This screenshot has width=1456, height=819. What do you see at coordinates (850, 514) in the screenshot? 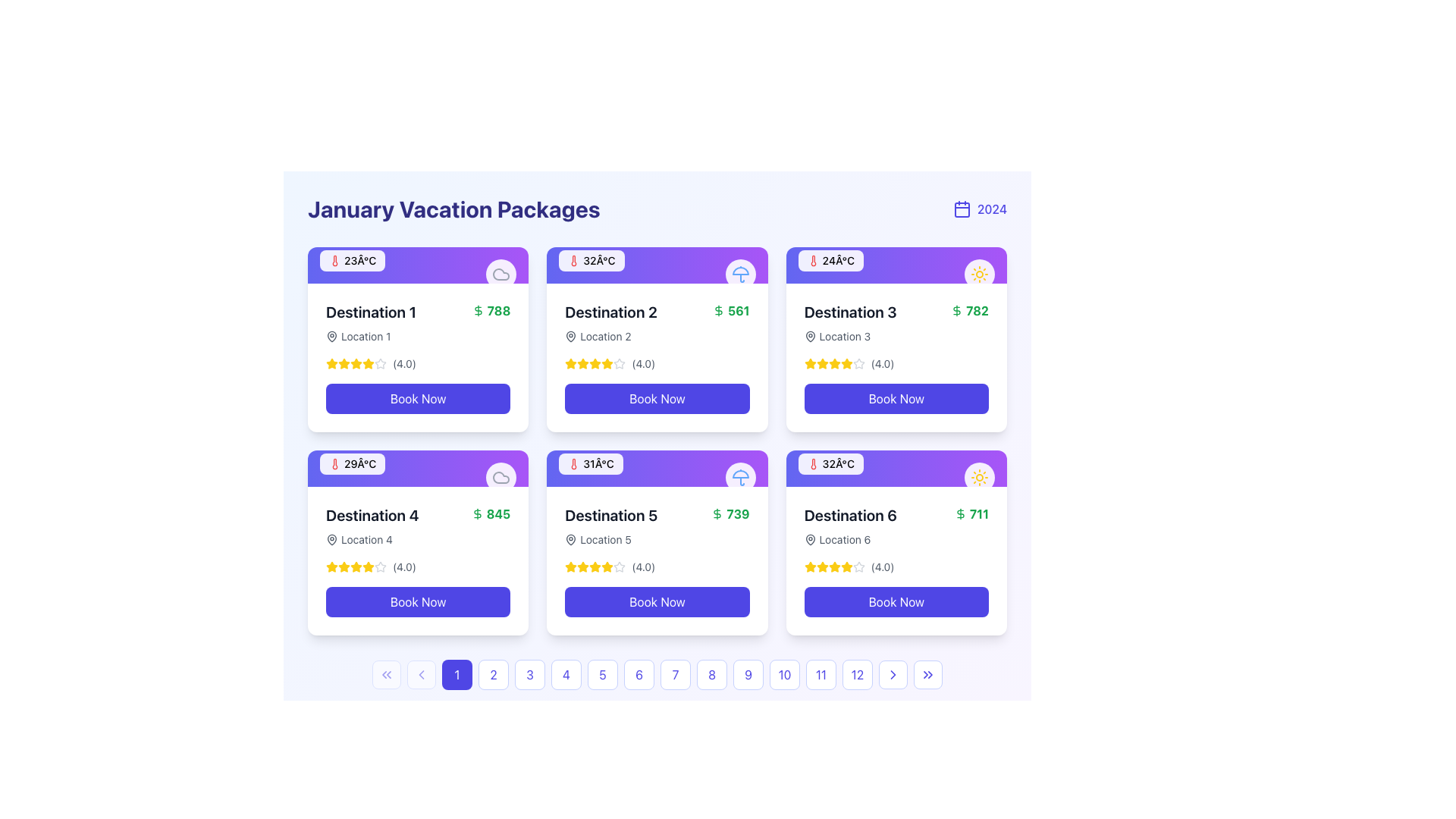
I see `the text label displaying 'Destination 6' which is a prominent dark gray text in bold typeface located in the lower-right card of a 2x3 grid layout` at bounding box center [850, 514].